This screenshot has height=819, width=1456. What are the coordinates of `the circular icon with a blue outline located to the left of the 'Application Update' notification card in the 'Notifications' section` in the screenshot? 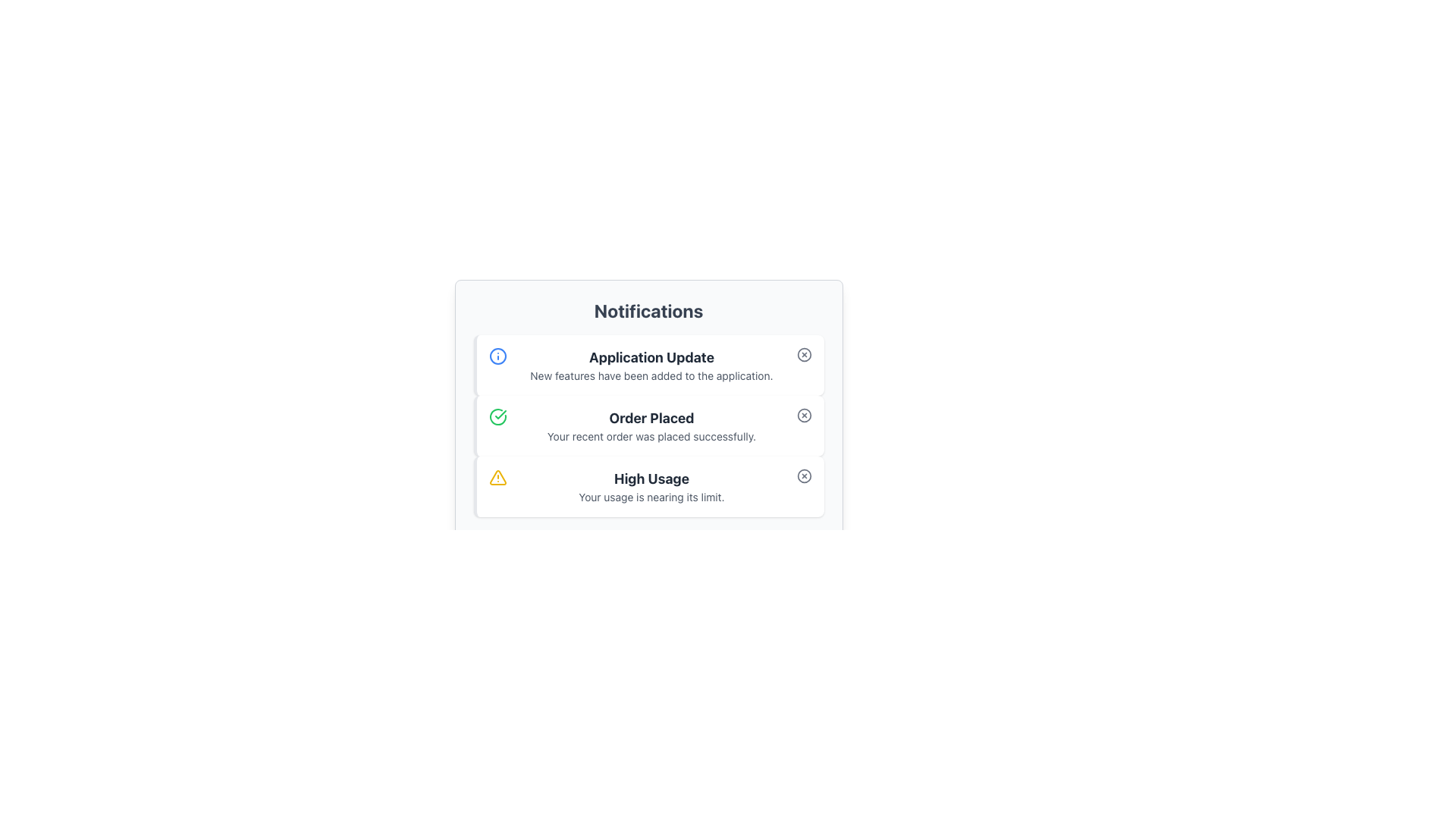 It's located at (497, 356).